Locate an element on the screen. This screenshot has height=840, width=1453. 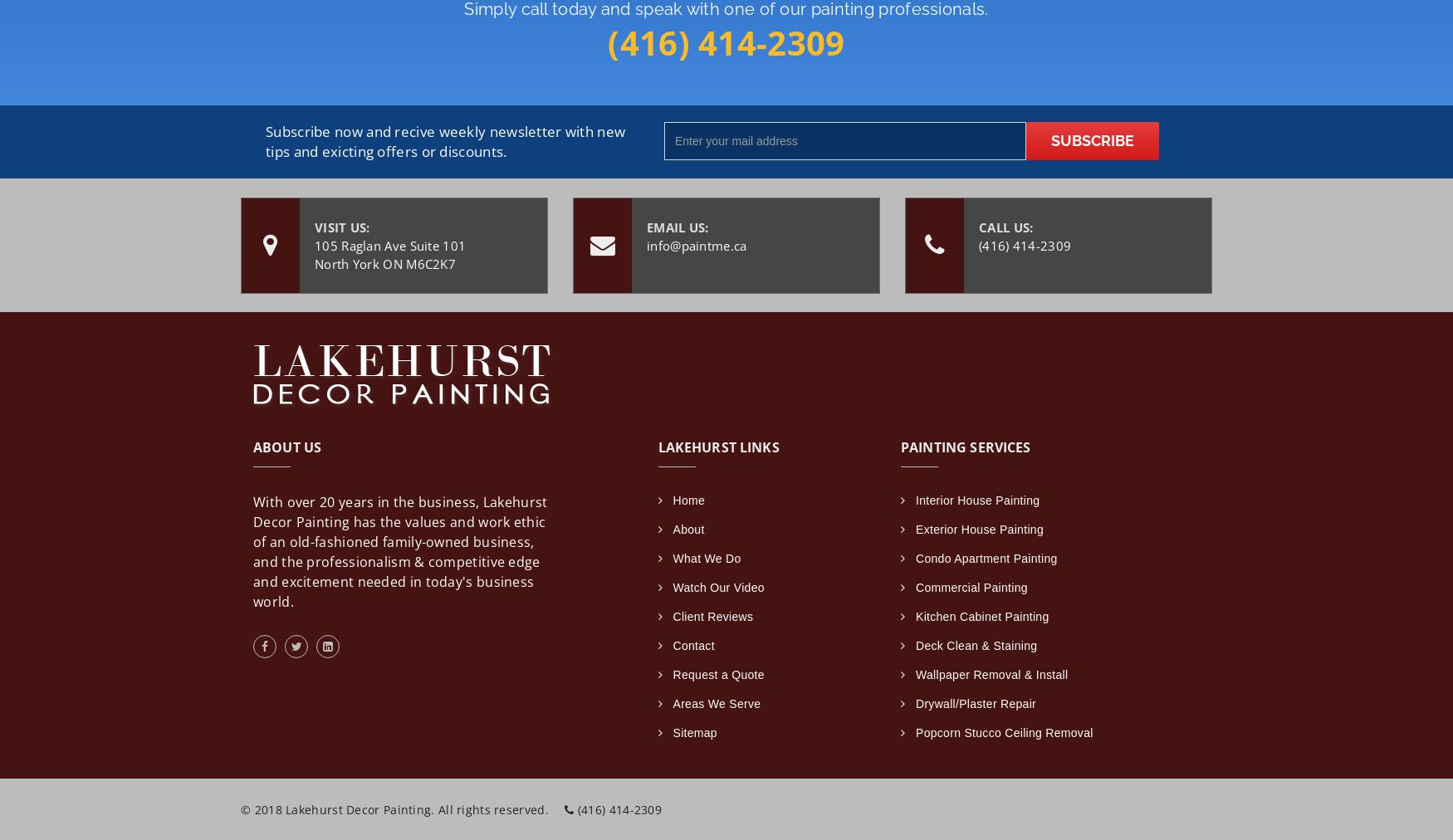
'Drywall/Plaster Repair' is located at coordinates (975, 702).